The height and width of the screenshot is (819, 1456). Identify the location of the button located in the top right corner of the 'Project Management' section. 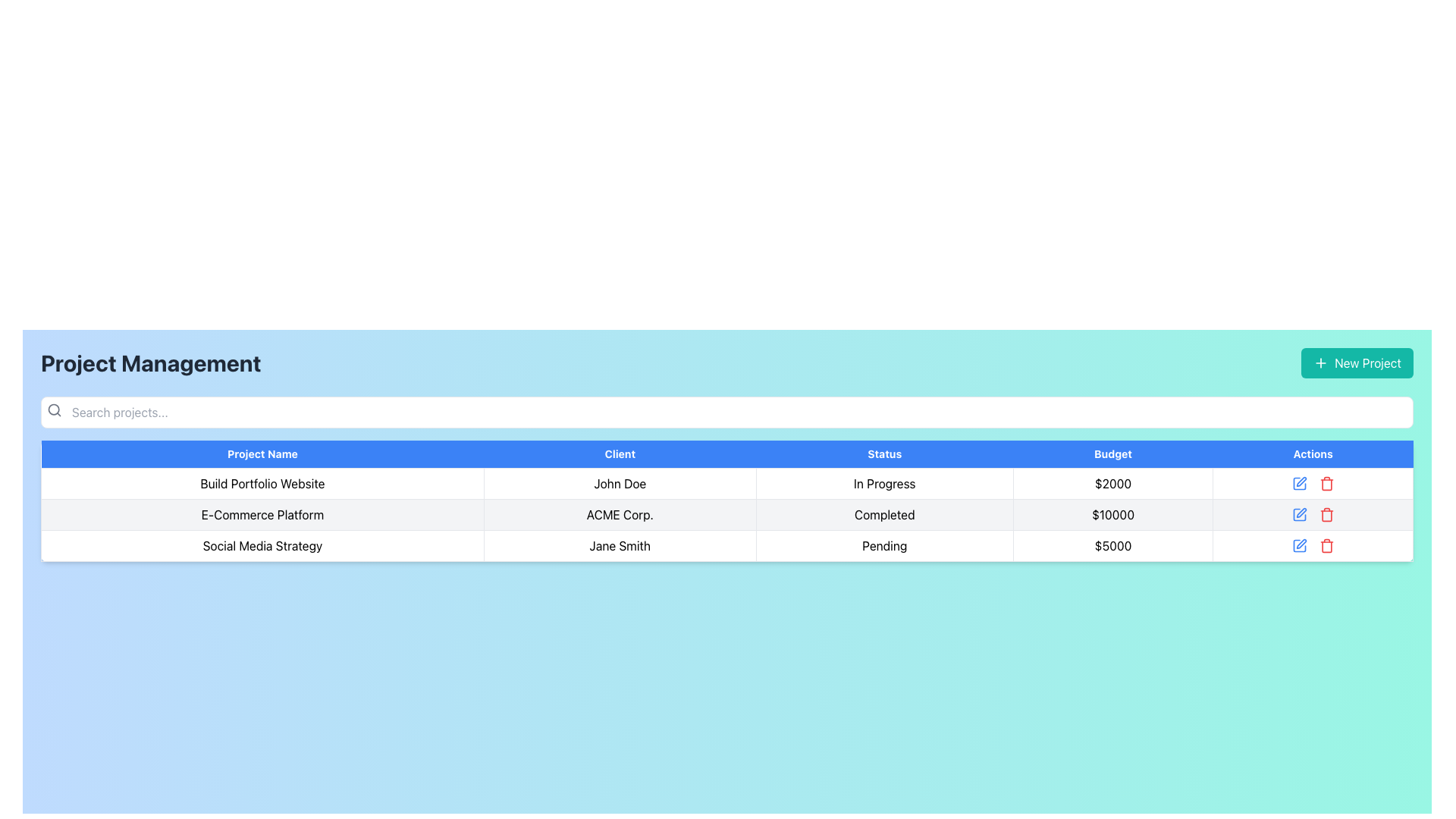
(1357, 362).